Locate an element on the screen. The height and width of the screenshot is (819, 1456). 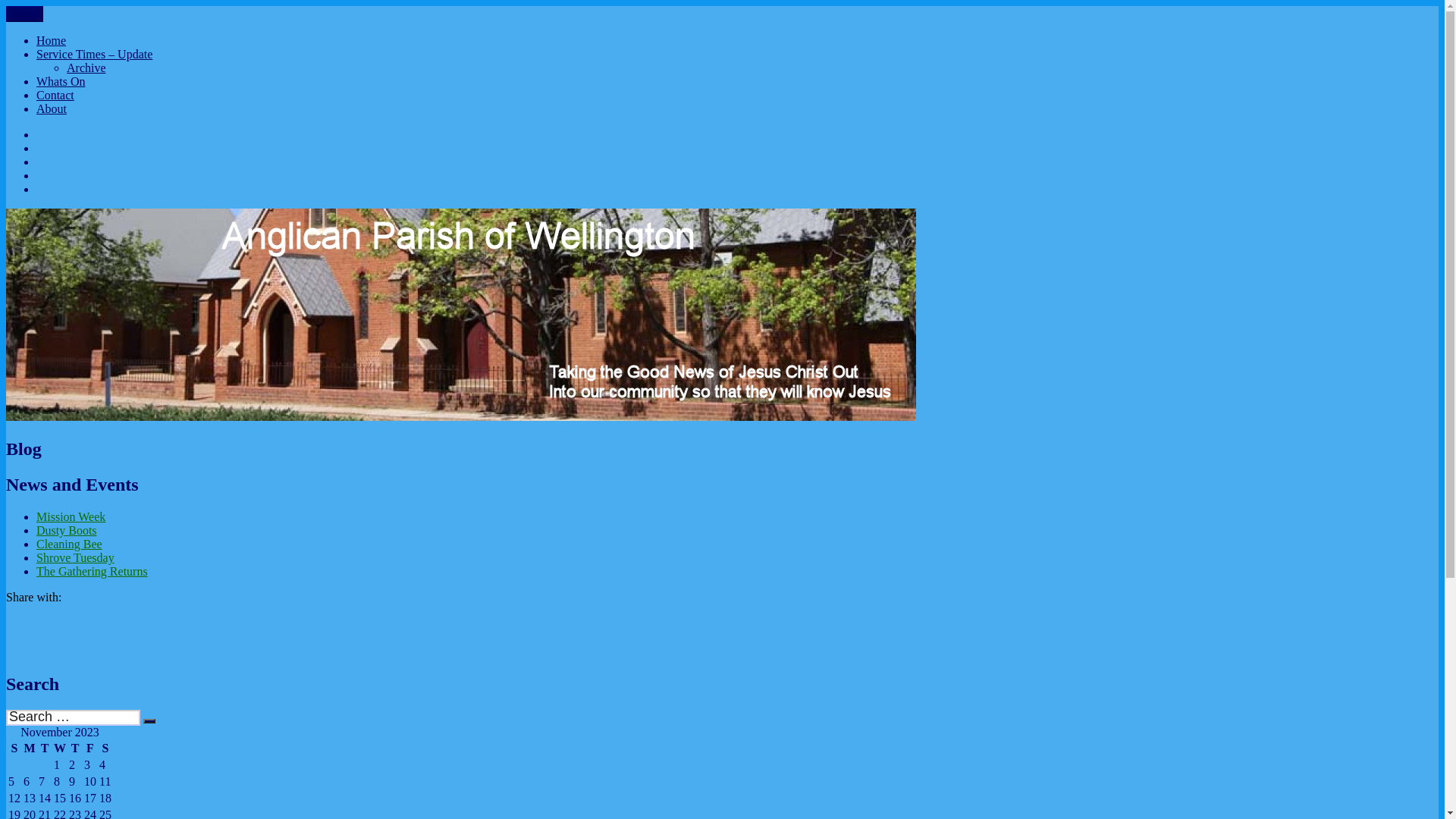
'Whats On' is located at coordinates (36, 81).